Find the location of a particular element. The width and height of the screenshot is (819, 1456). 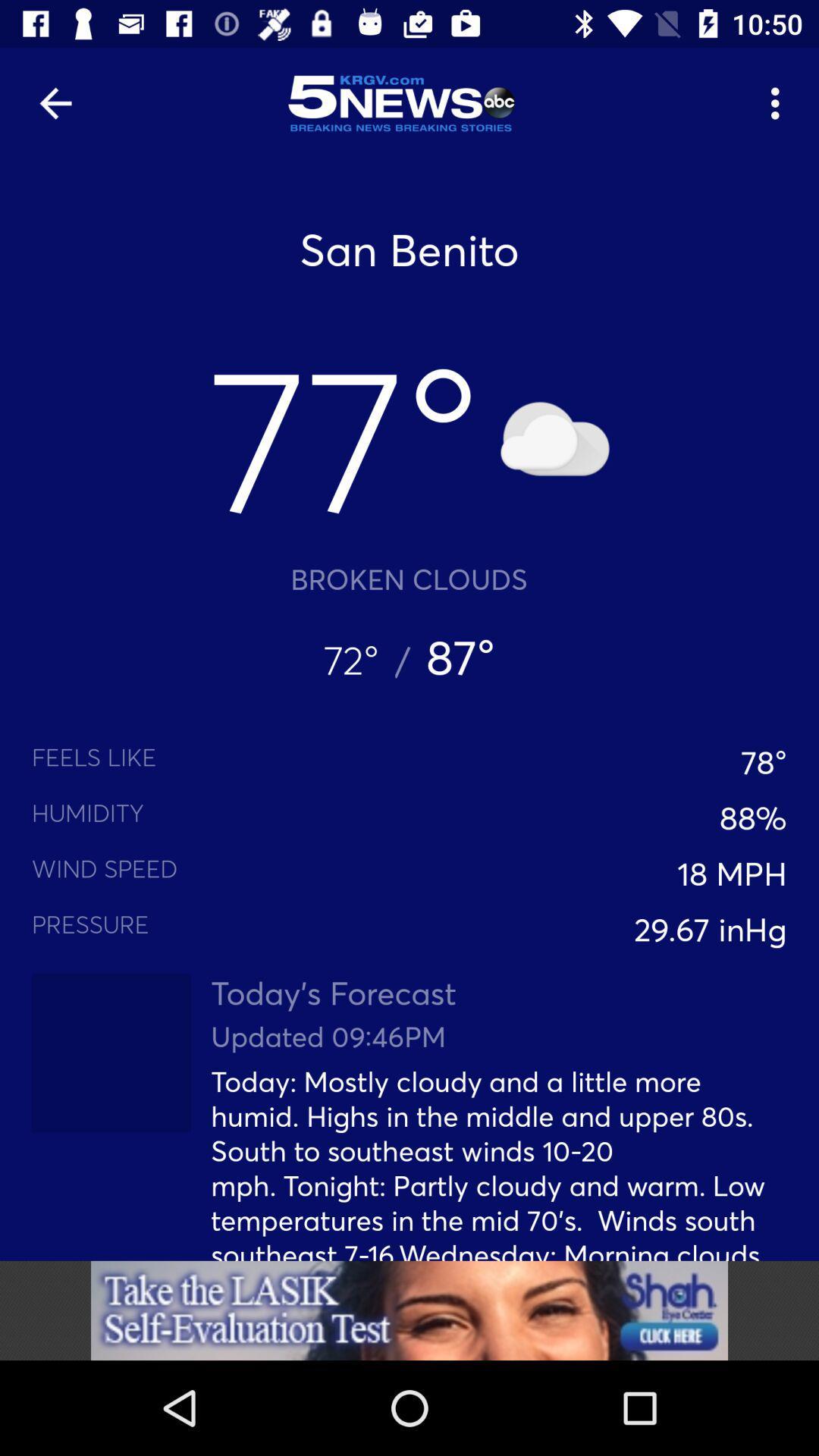

open advertisement is located at coordinates (409, 1310).